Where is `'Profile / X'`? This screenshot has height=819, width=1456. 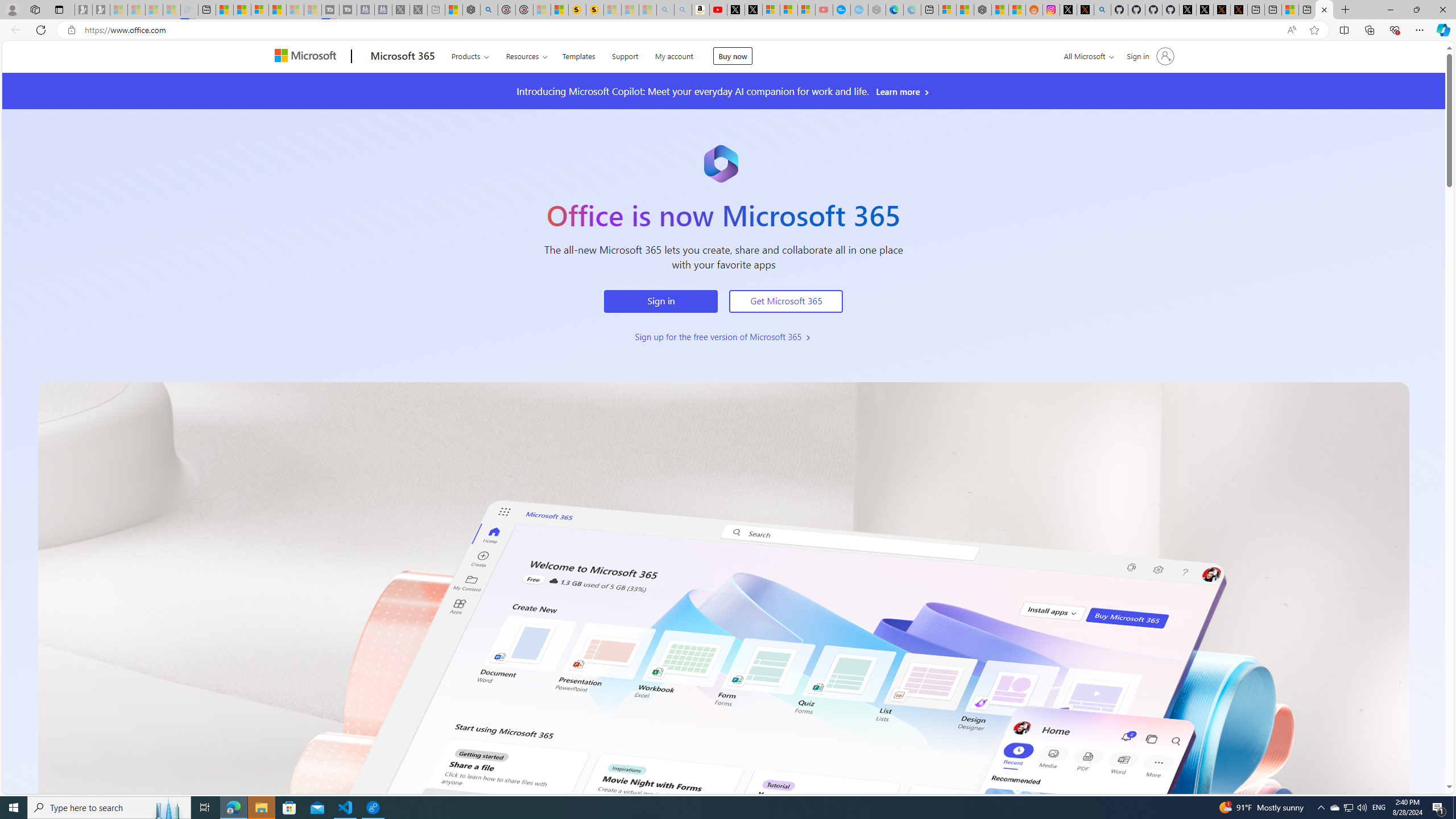 'Profile / X' is located at coordinates (1187, 9).